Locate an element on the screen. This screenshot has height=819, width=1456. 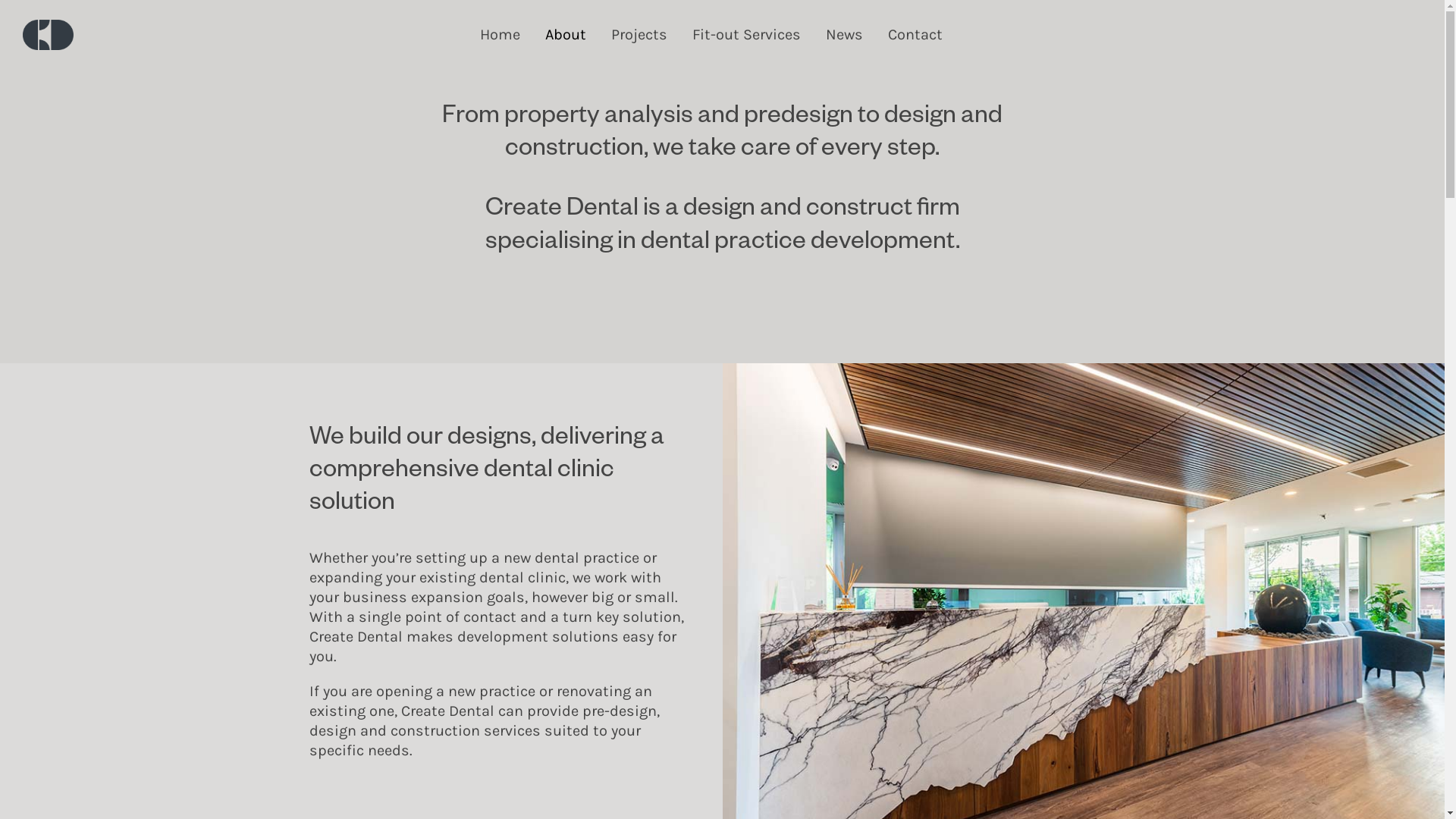
'News' is located at coordinates (843, 34).